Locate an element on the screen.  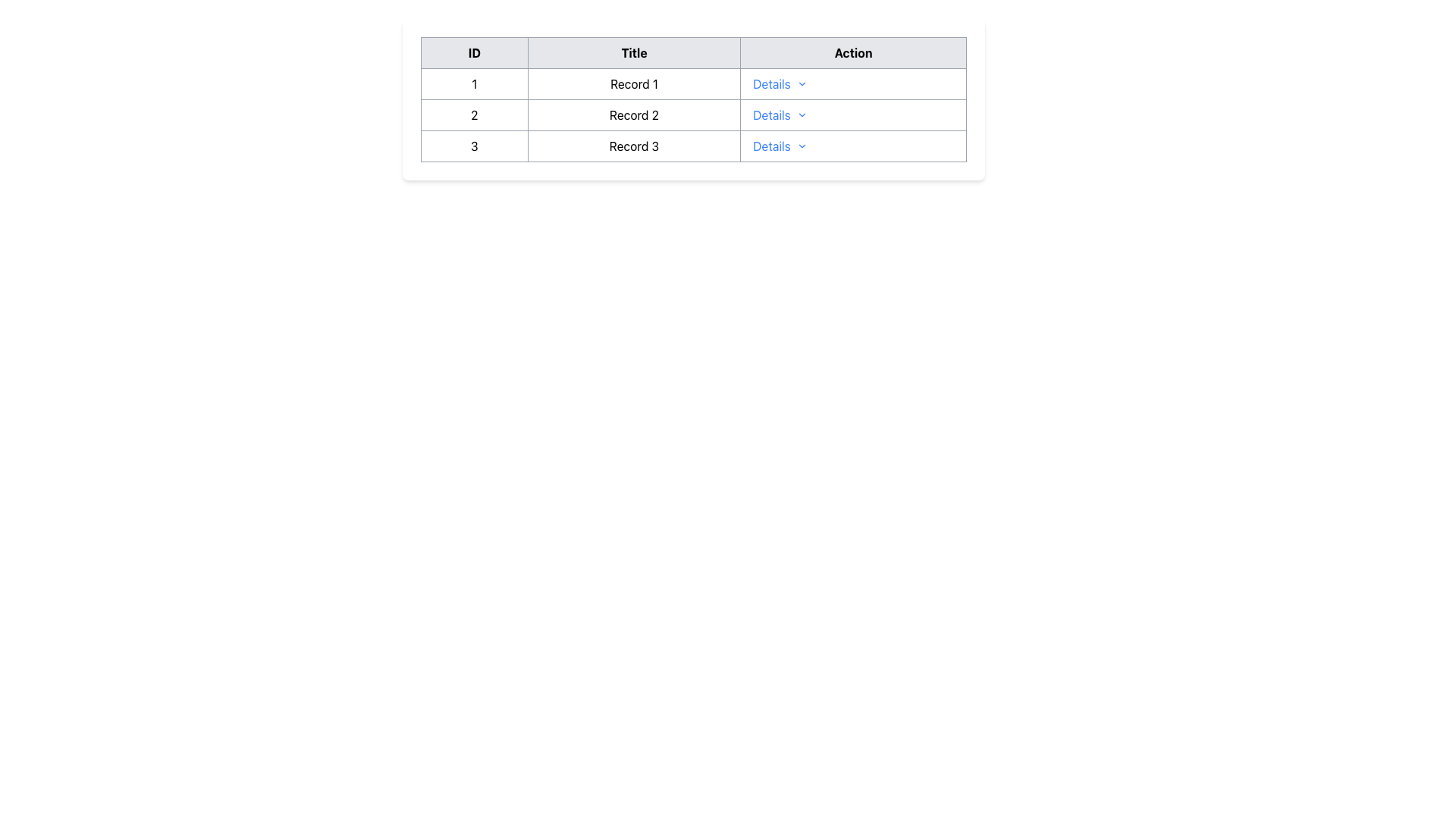
the text label 'Record 3' located in the second cell of the row labeled '3' within the table is located at coordinates (634, 146).